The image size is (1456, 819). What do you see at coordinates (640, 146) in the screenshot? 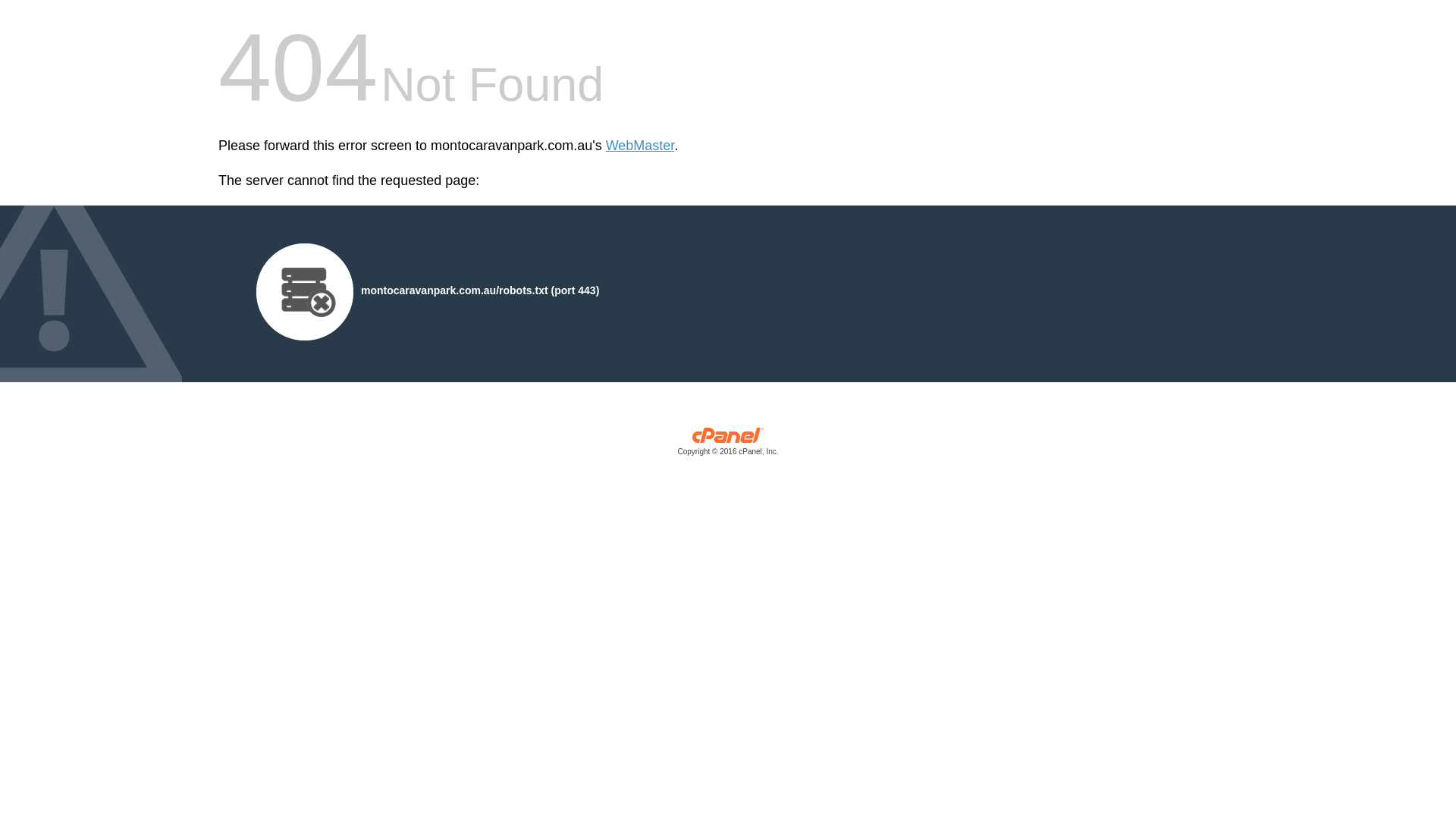
I see `'WebMaster'` at bounding box center [640, 146].